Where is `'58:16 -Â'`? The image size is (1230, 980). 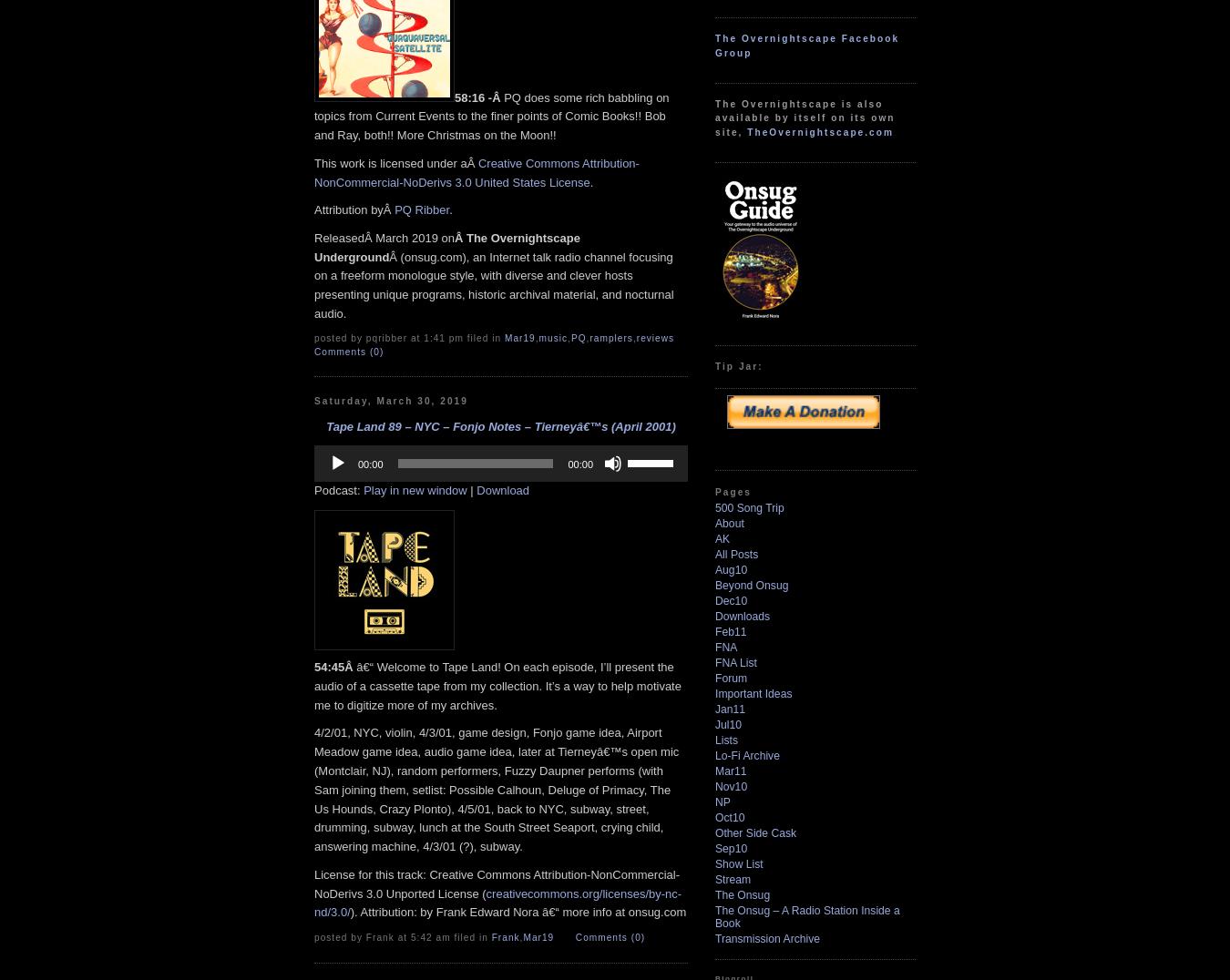
'58:16 -Â' is located at coordinates (477, 96).